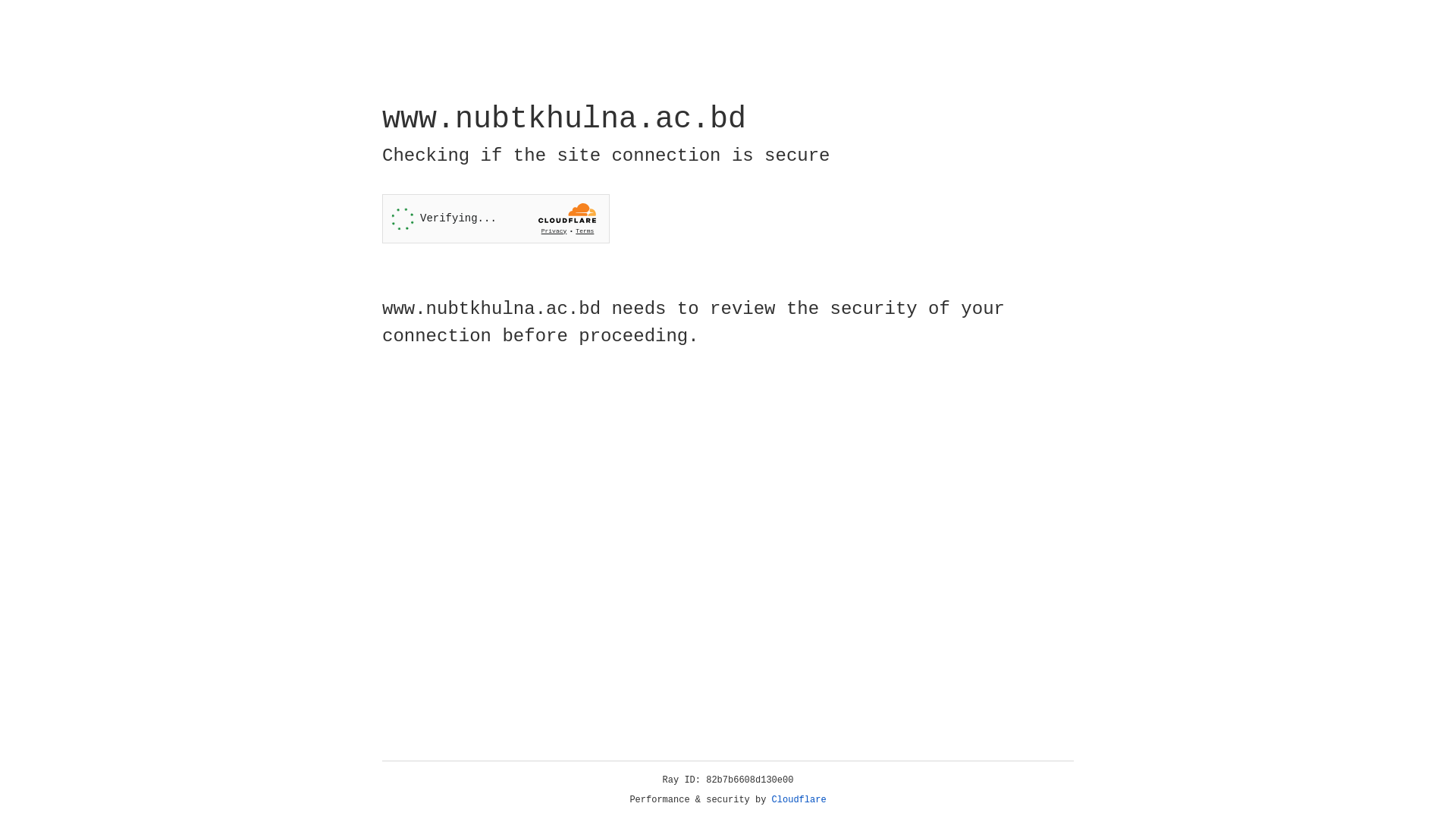 Image resolution: width=1456 pixels, height=819 pixels. What do you see at coordinates (495, 218) in the screenshot?
I see `'Widget containing a Cloudflare security challenge'` at bounding box center [495, 218].